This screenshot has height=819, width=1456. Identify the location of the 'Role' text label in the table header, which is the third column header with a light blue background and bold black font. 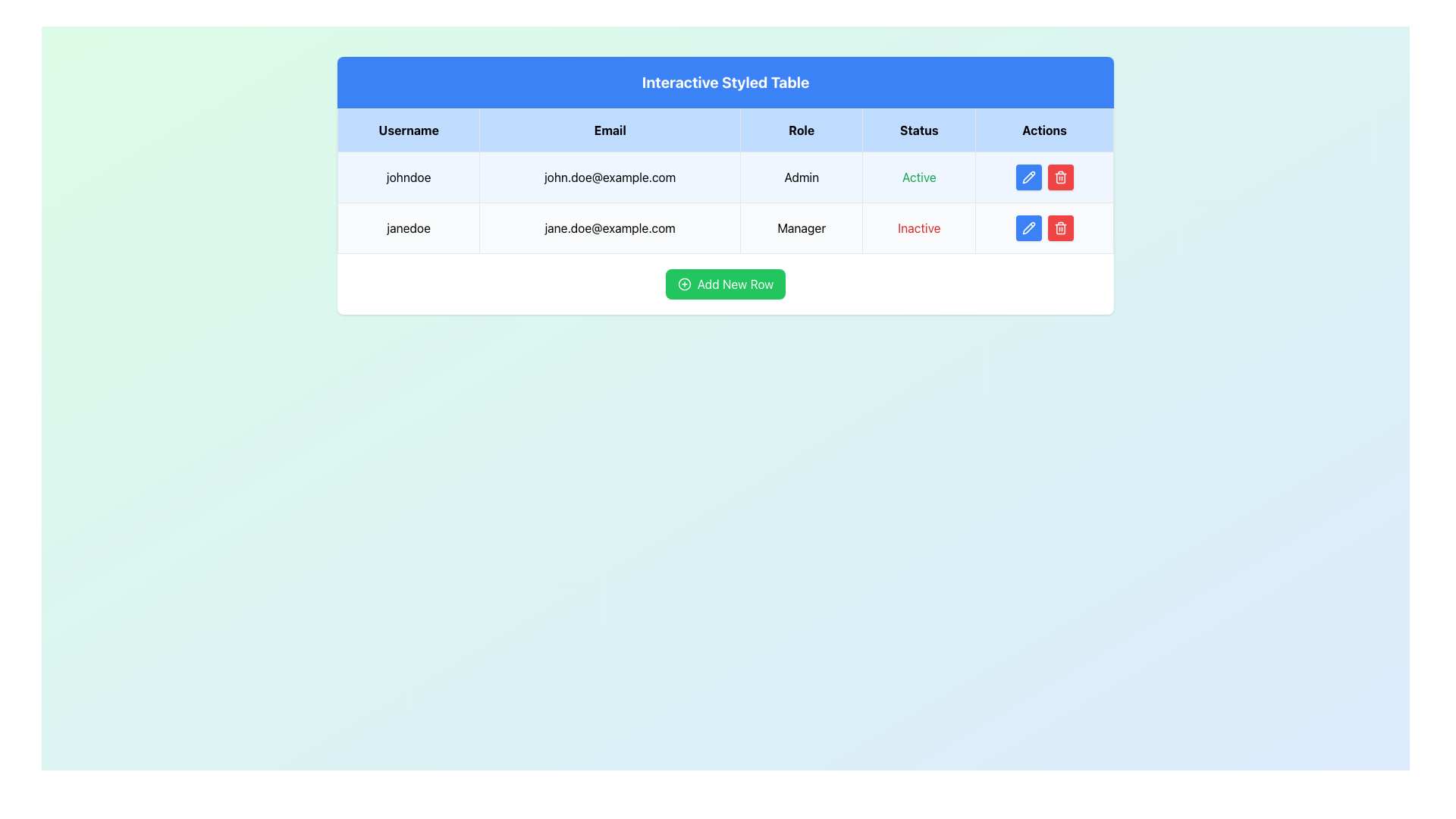
(801, 130).